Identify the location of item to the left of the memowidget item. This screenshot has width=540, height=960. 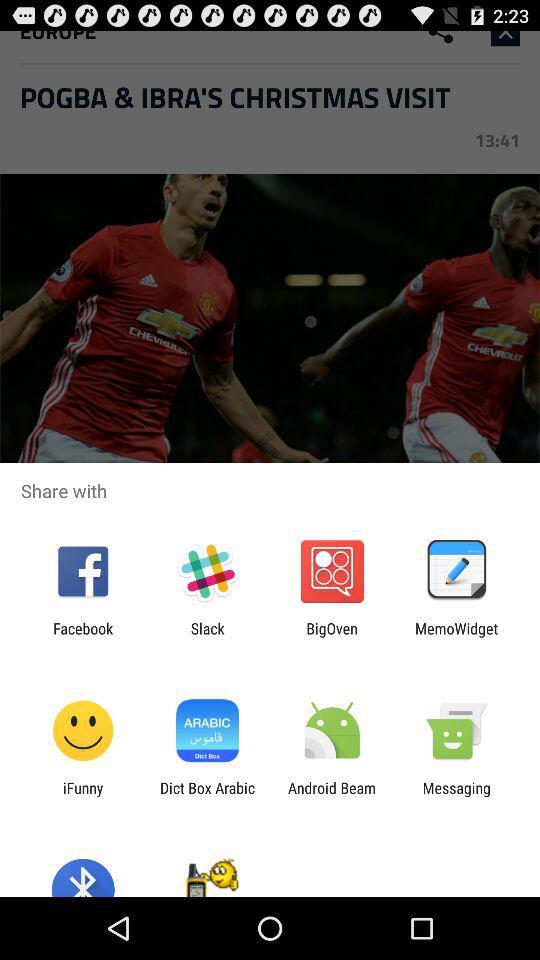
(332, 636).